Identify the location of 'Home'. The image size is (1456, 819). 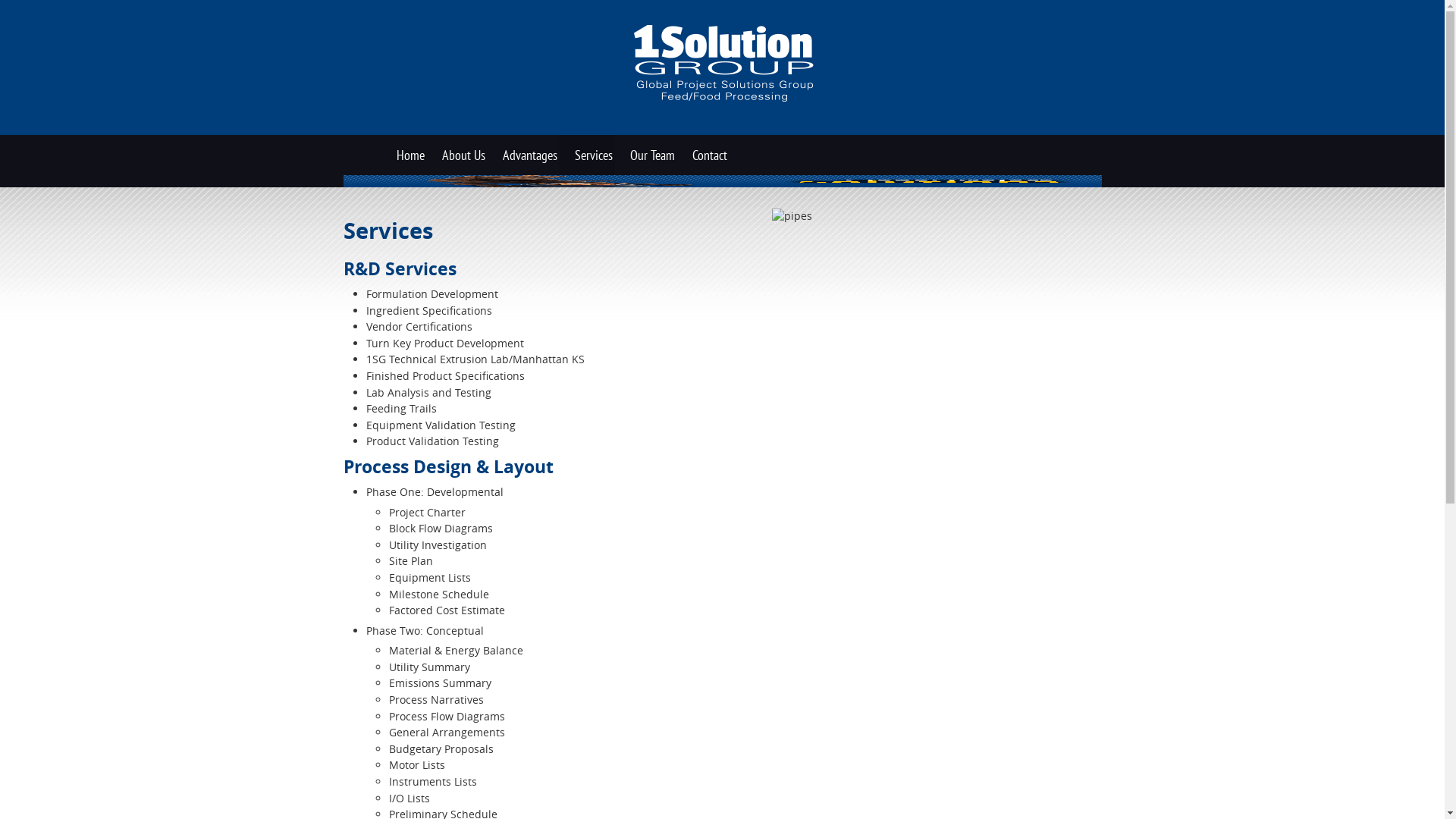
(403, 155).